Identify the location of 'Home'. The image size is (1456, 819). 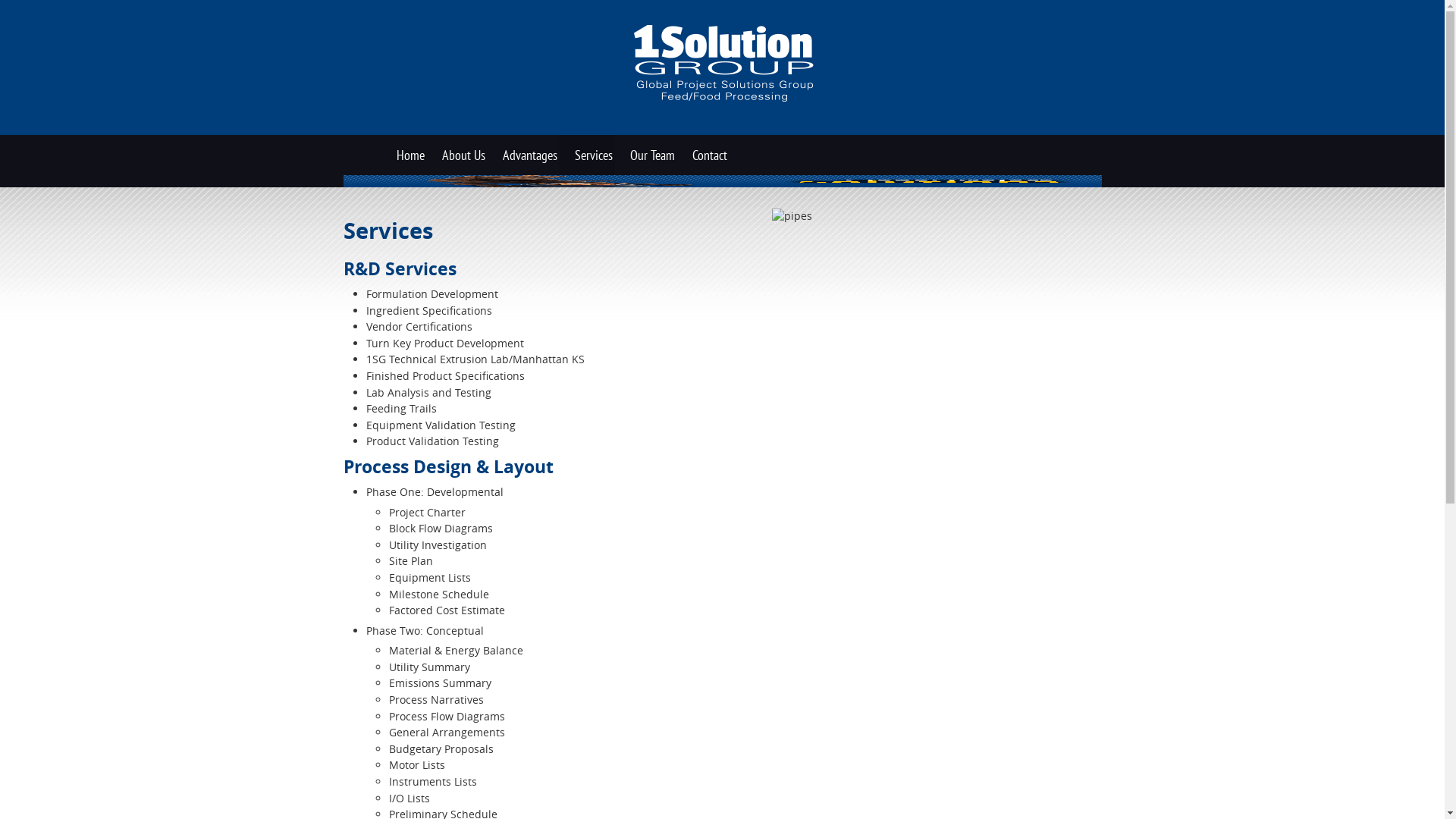
(403, 155).